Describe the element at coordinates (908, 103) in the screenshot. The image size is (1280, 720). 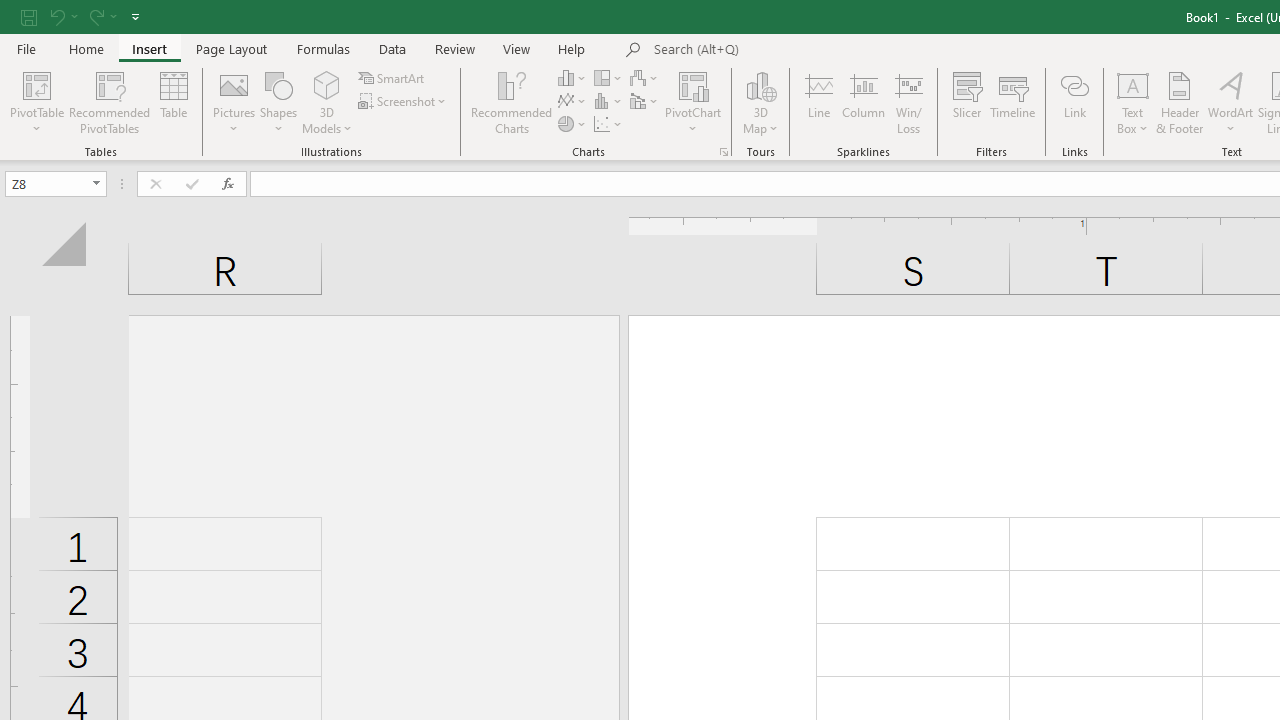
I see `'Win/Loss'` at that location.